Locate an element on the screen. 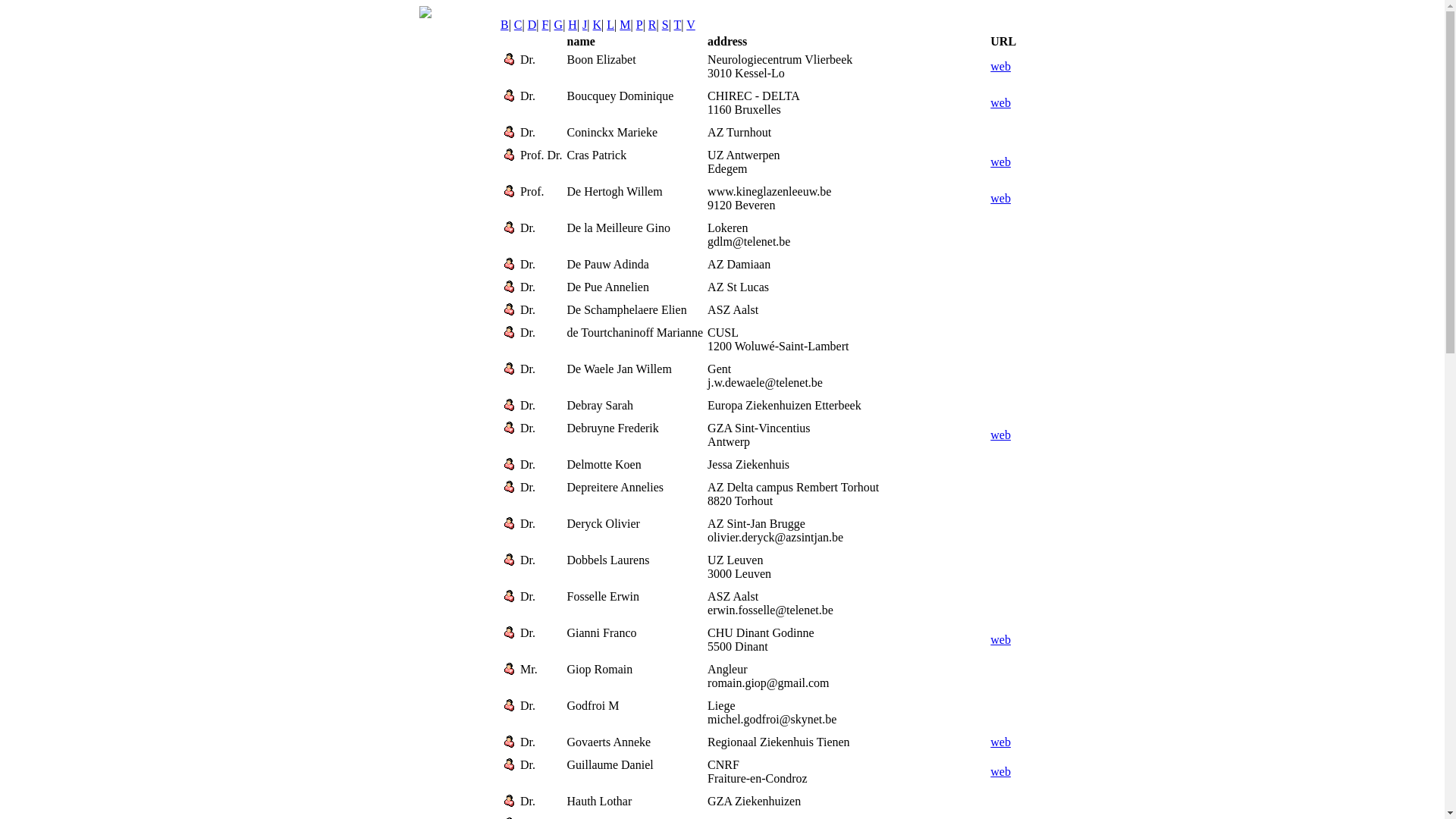  'G' is located at coordinates (553, 24).